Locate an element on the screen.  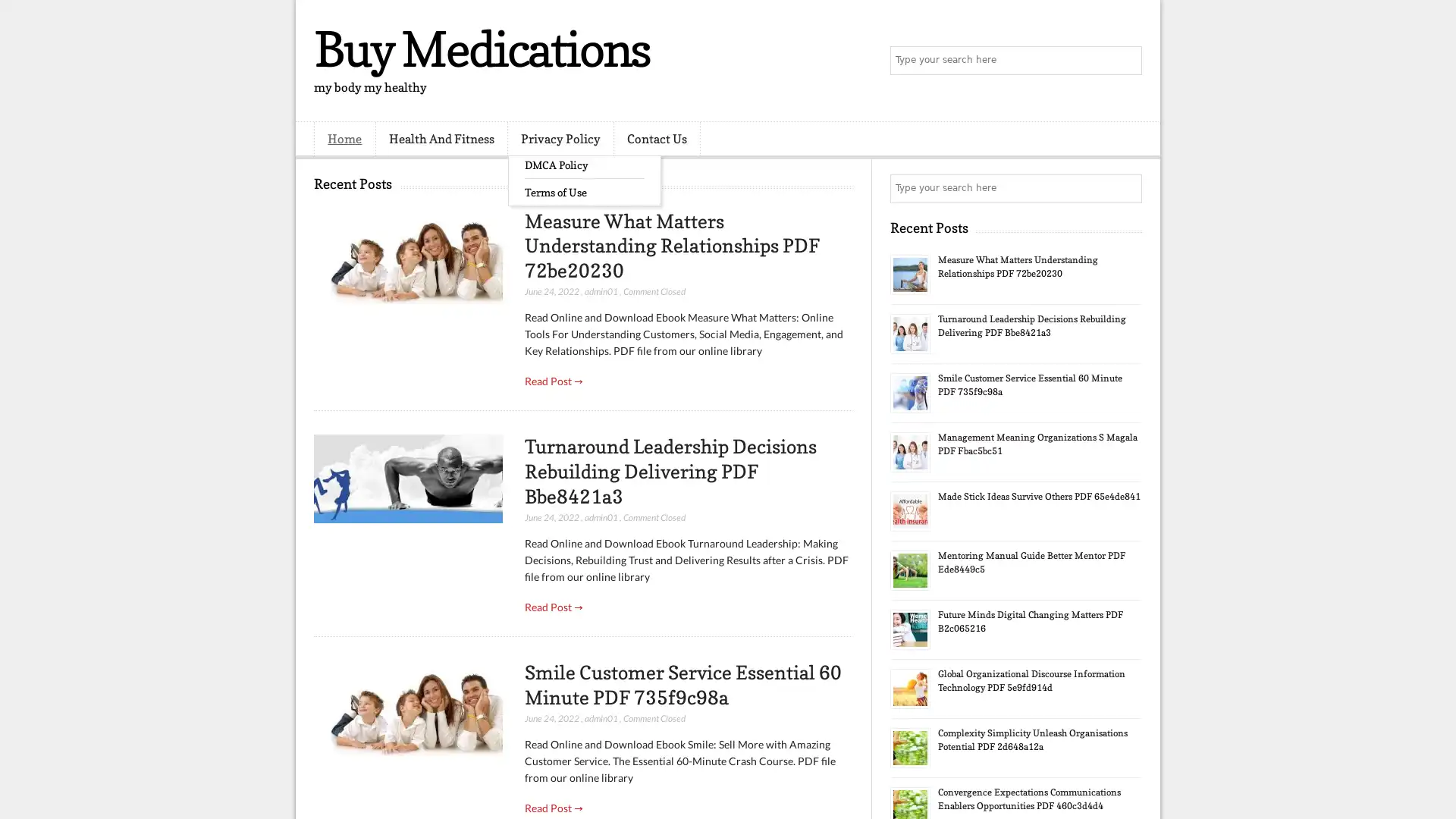
Search is located at coordinates (1126, 61).